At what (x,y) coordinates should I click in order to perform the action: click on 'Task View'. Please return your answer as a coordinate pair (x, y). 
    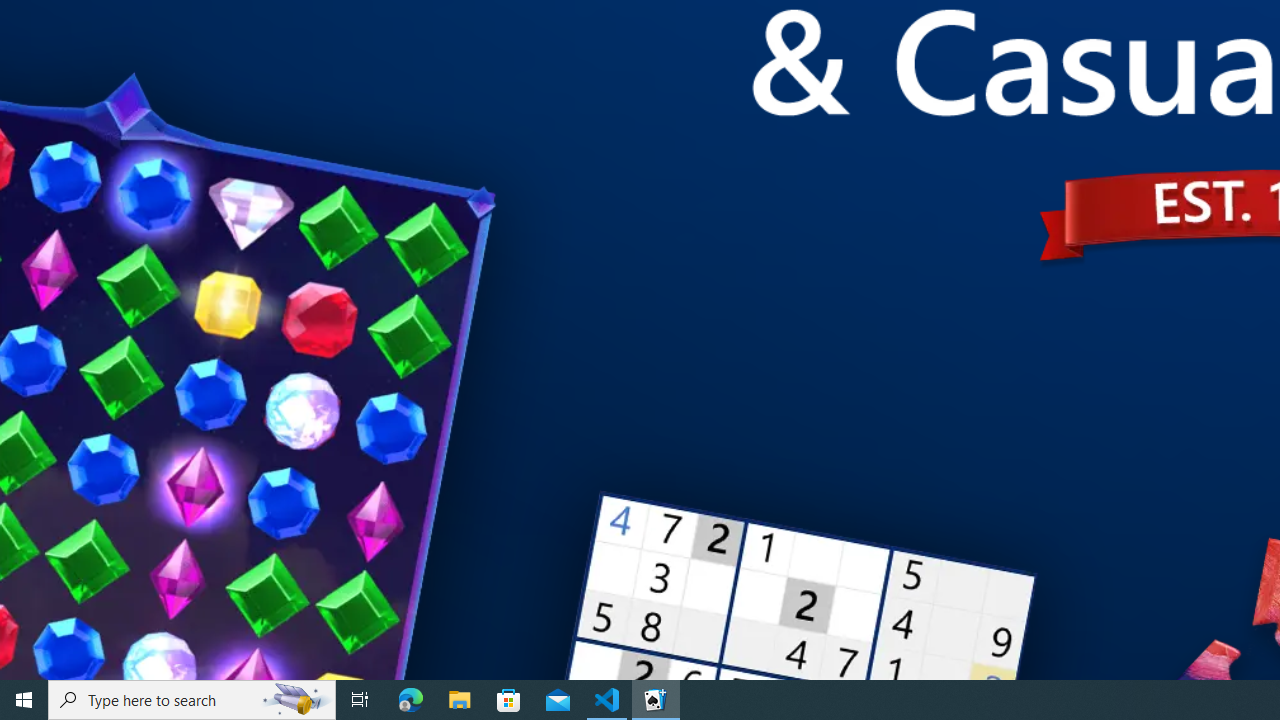
    Looking at the image, I should click on (359, 698).